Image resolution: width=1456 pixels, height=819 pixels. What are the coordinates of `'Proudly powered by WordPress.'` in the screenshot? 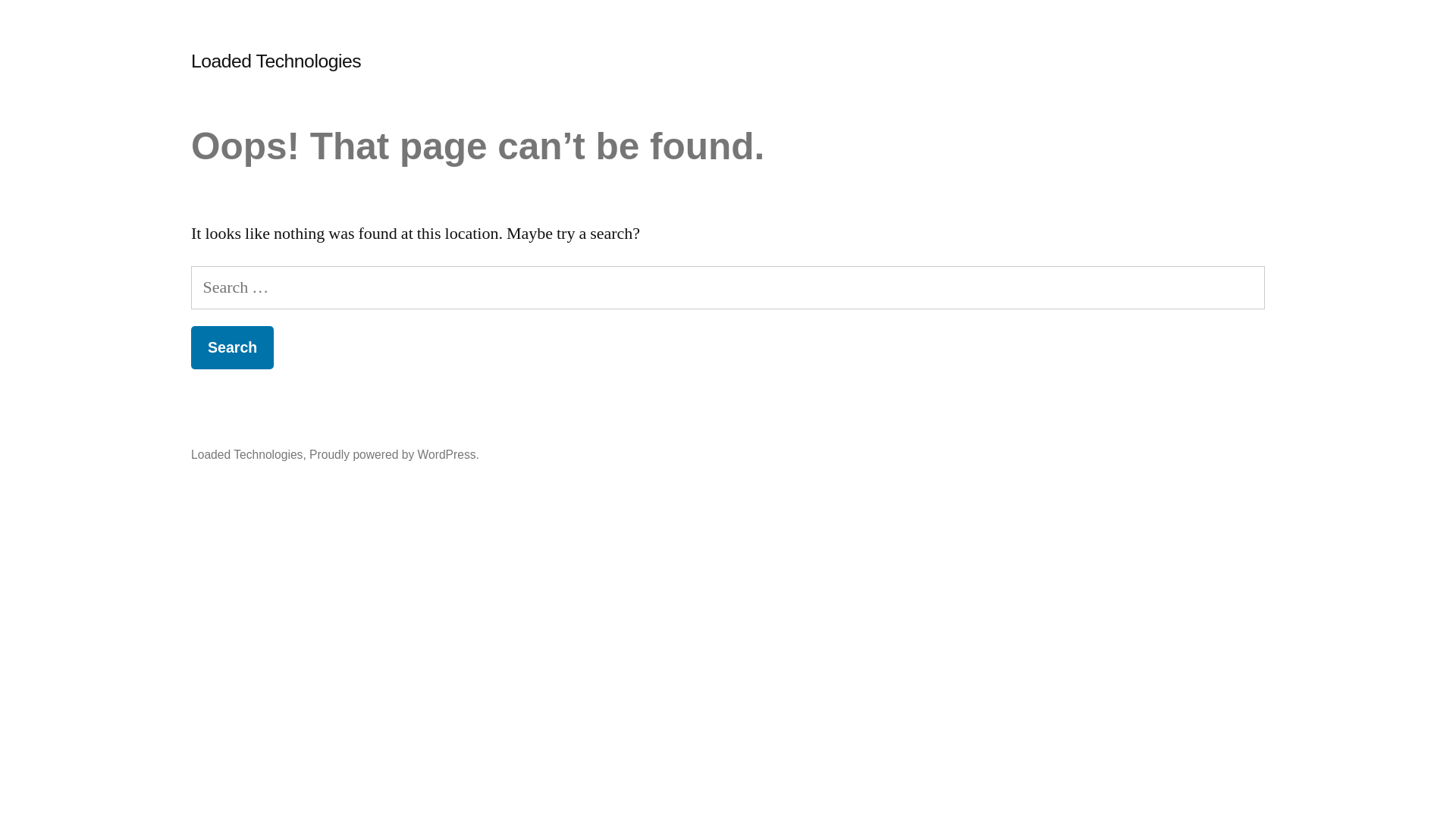 It's located at (394, 453).